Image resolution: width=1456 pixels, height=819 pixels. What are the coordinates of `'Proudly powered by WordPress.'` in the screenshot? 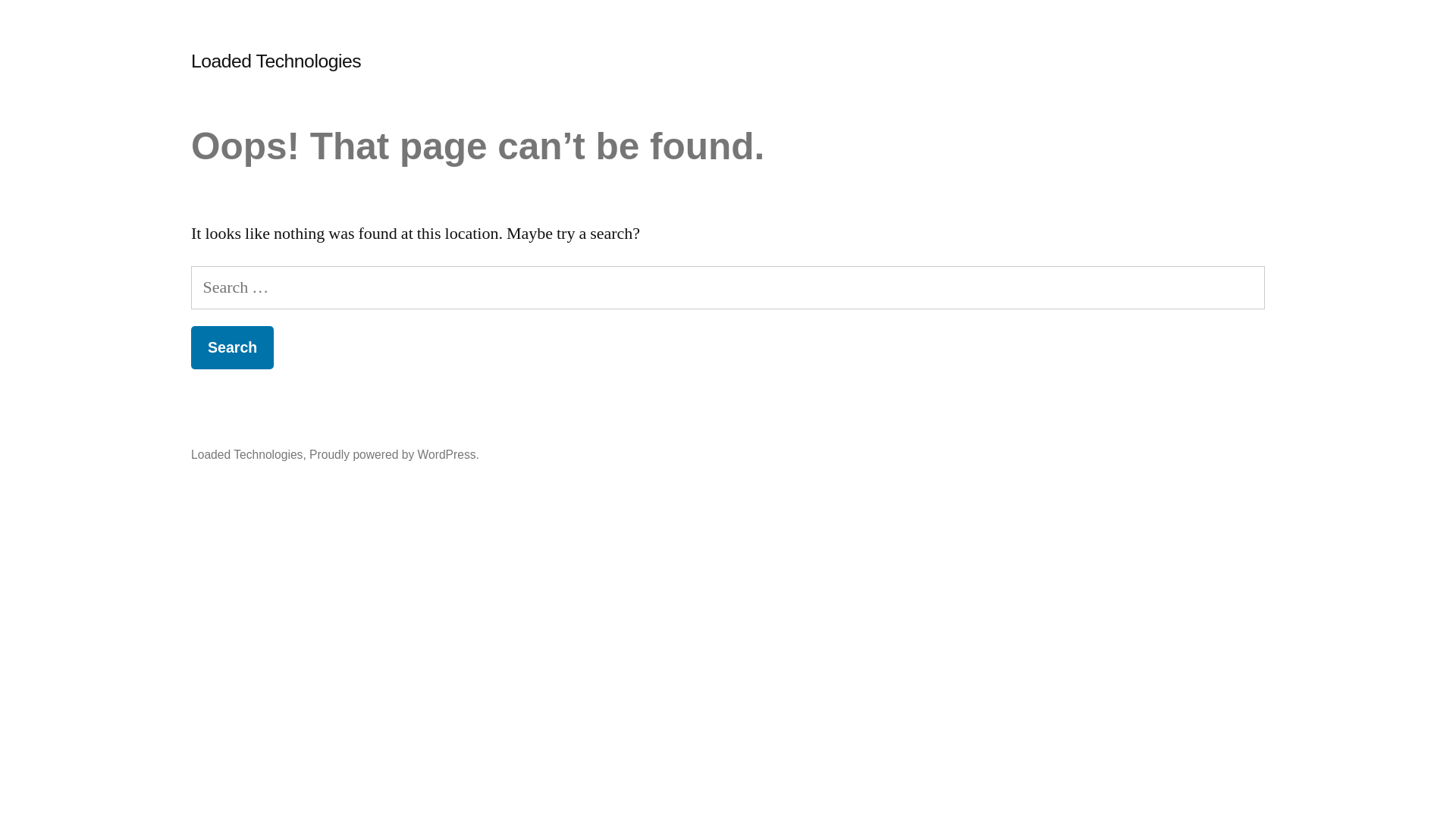 It's located at (394, 453).